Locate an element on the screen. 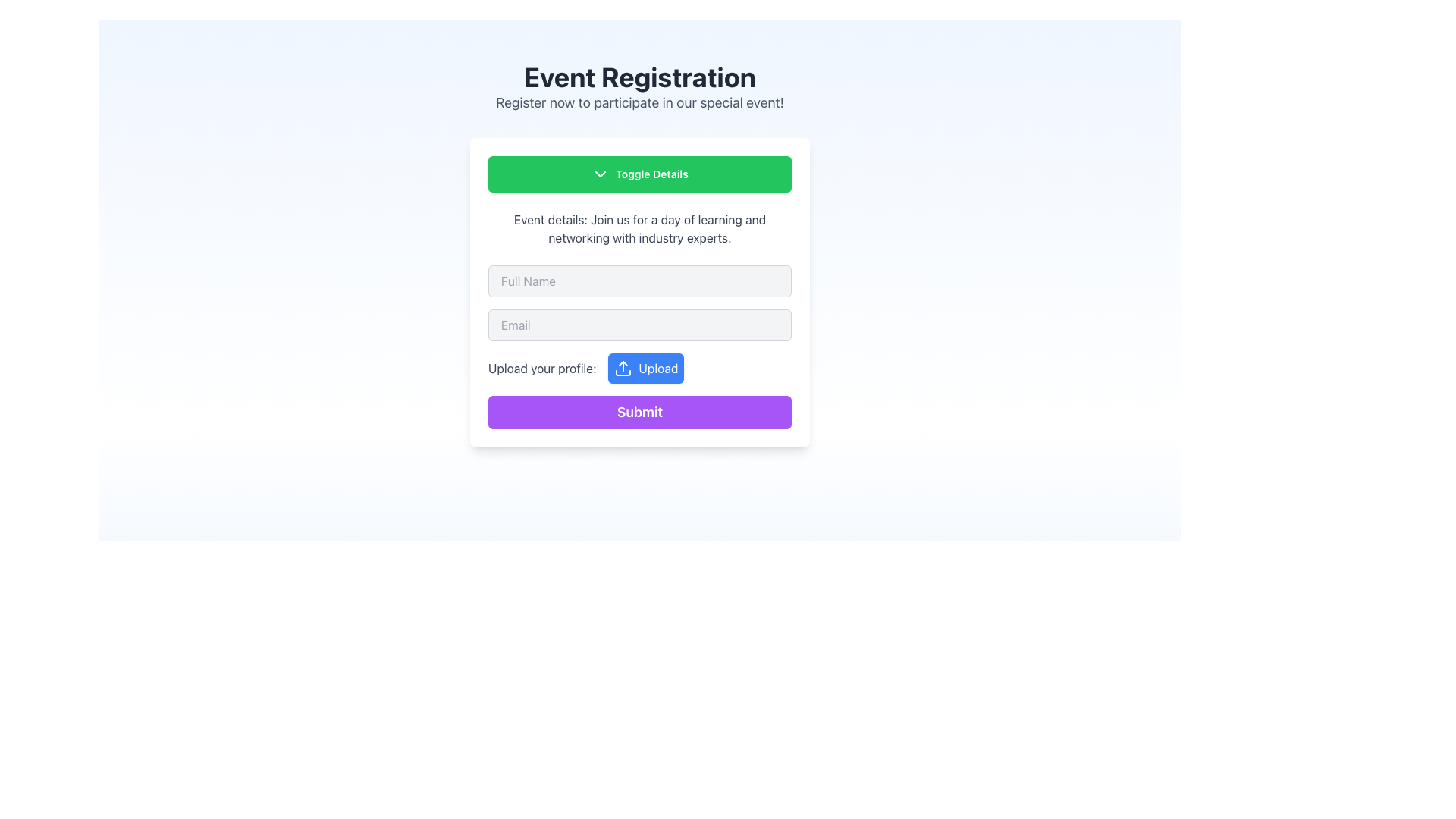  the chevron icon located in the top left of the 'Toggle Details' button within the green background to show or hide additional details related to the form is located at coordinates (600, 174).